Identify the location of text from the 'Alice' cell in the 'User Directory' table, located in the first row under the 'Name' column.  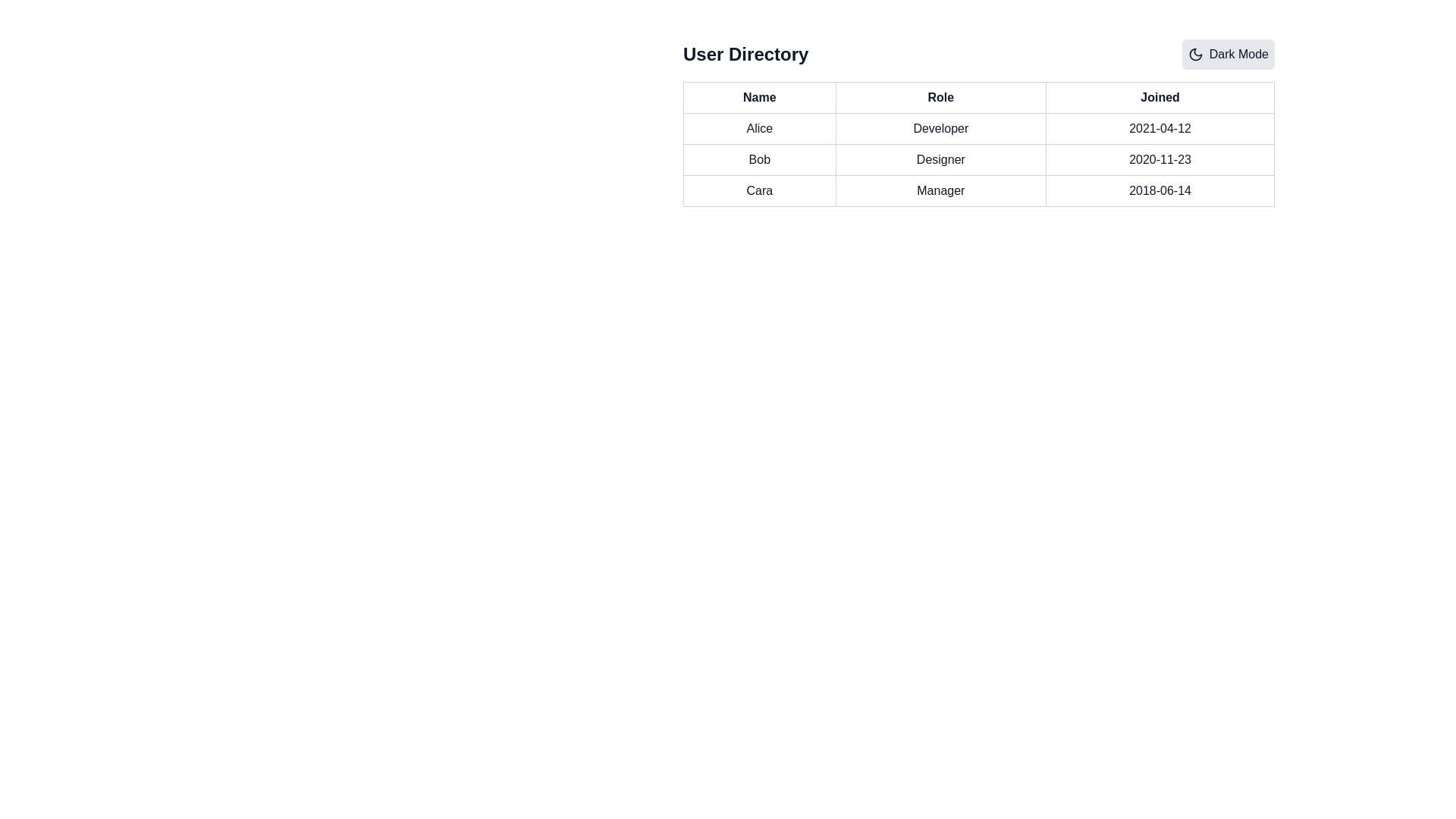
(759, 127).